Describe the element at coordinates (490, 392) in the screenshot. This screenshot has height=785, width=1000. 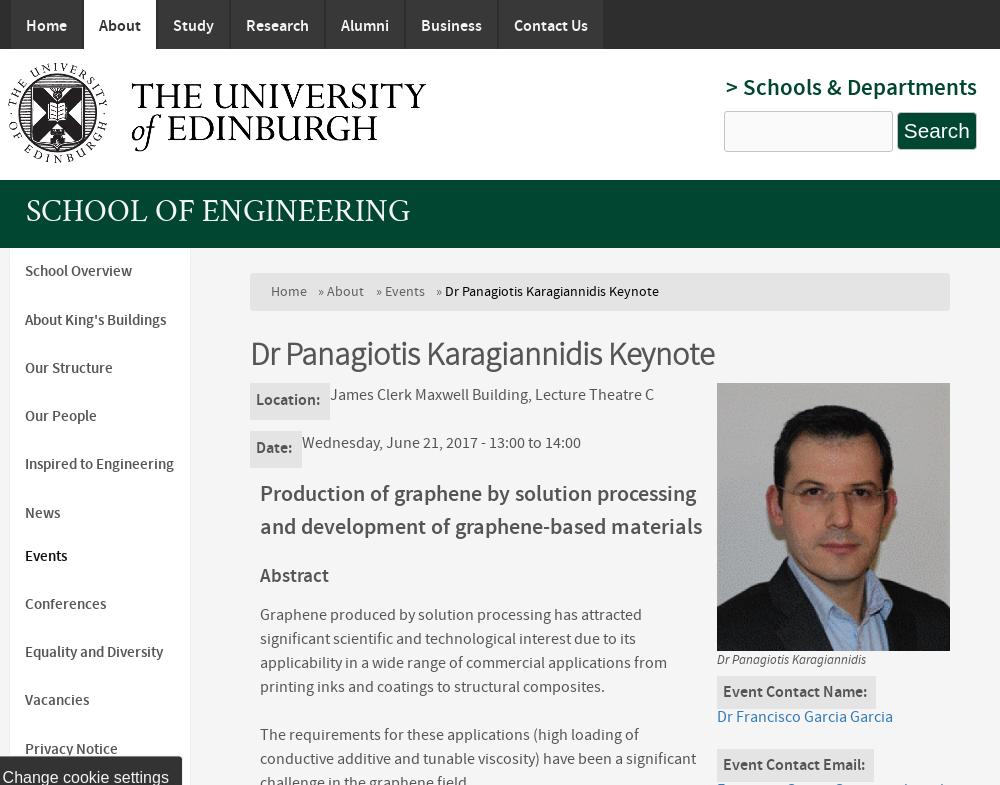
I see `'James Clerk Maxwell Building, Lecture Theatre C'` at that location.